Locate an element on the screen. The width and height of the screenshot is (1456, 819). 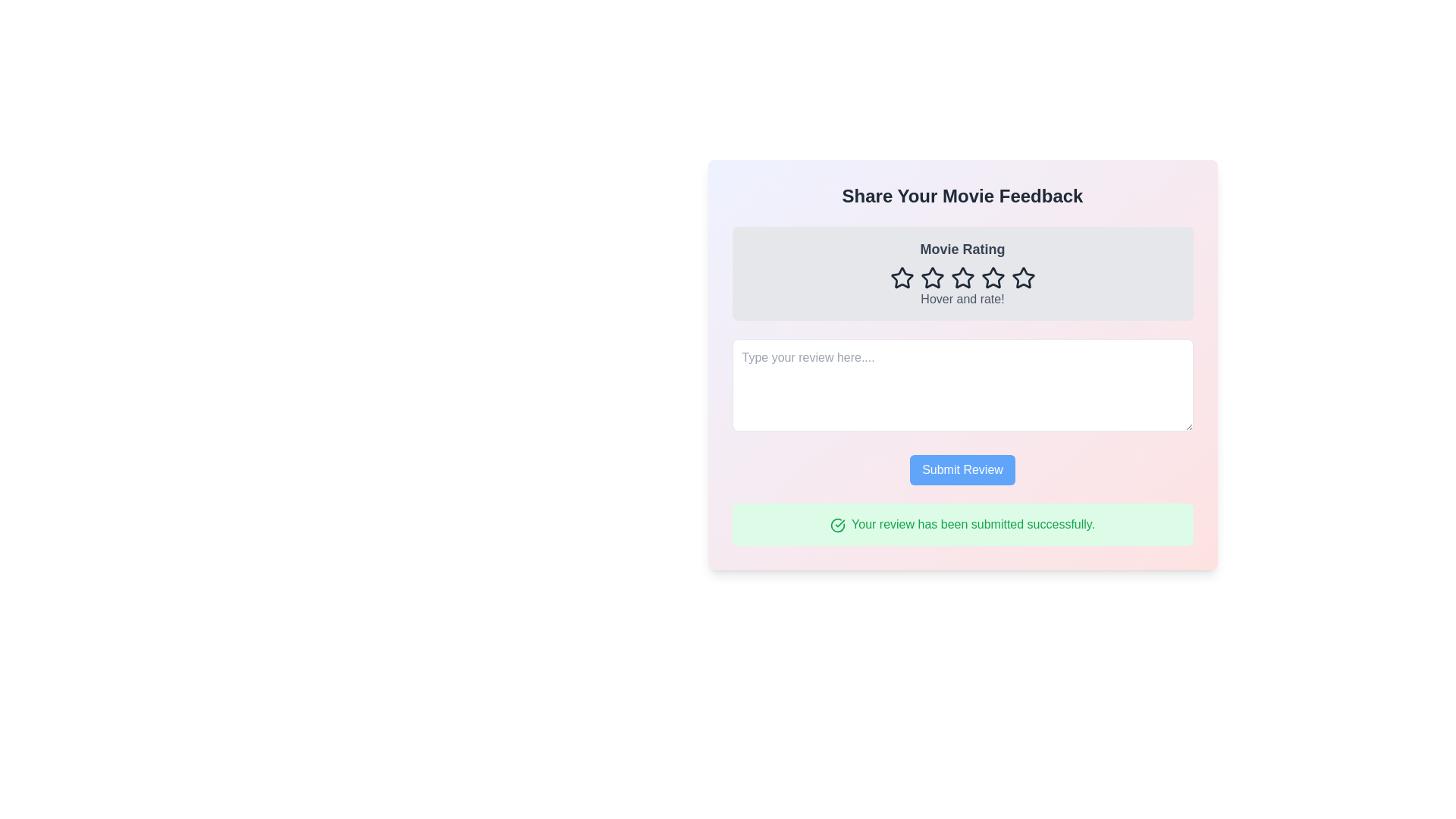
the third star icon in the interactive rating control is located at coordinates (961, 278).